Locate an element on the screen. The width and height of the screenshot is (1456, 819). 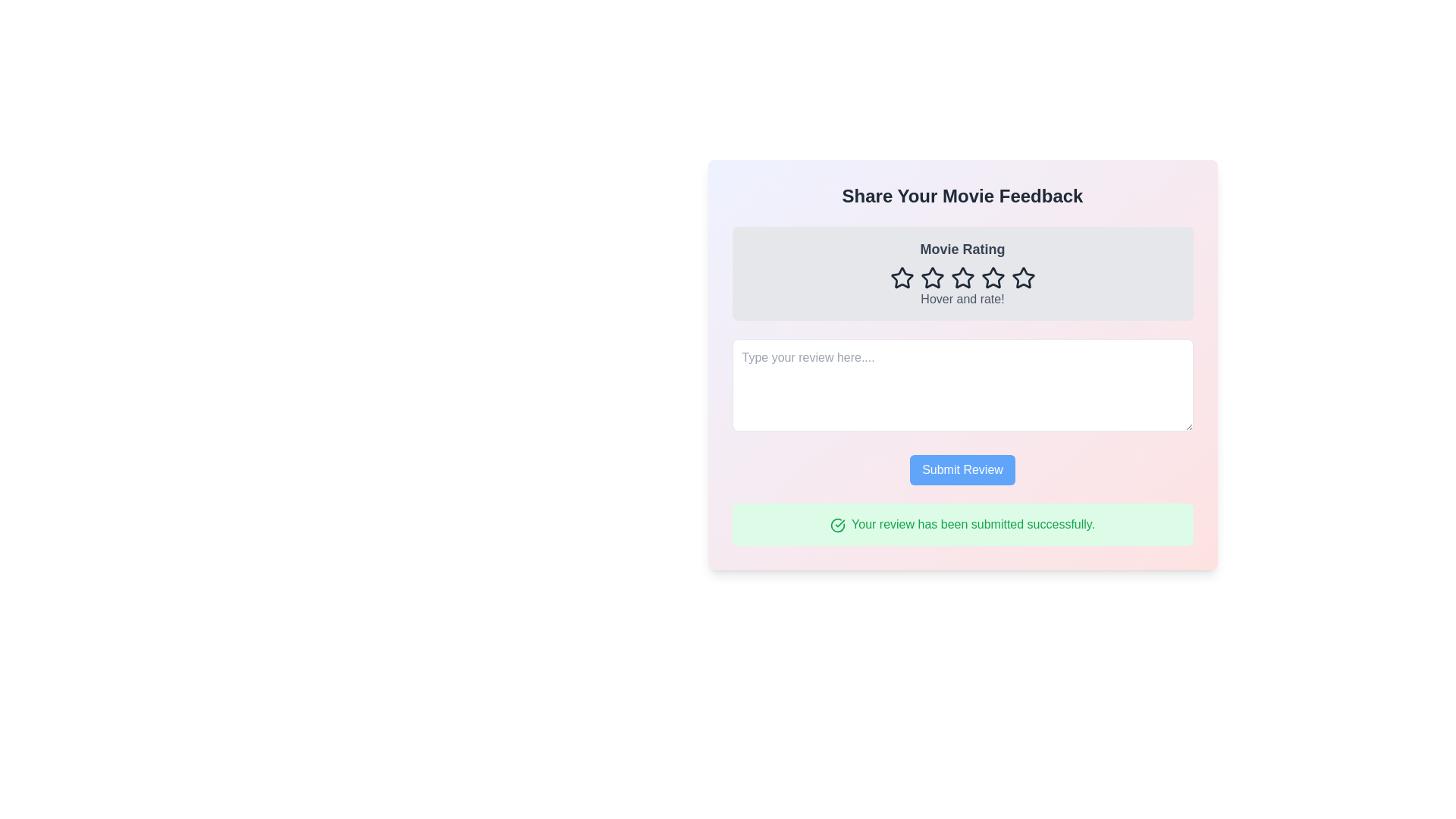
the third star icon in the interactive rating control is located at coordinates (961, 278).